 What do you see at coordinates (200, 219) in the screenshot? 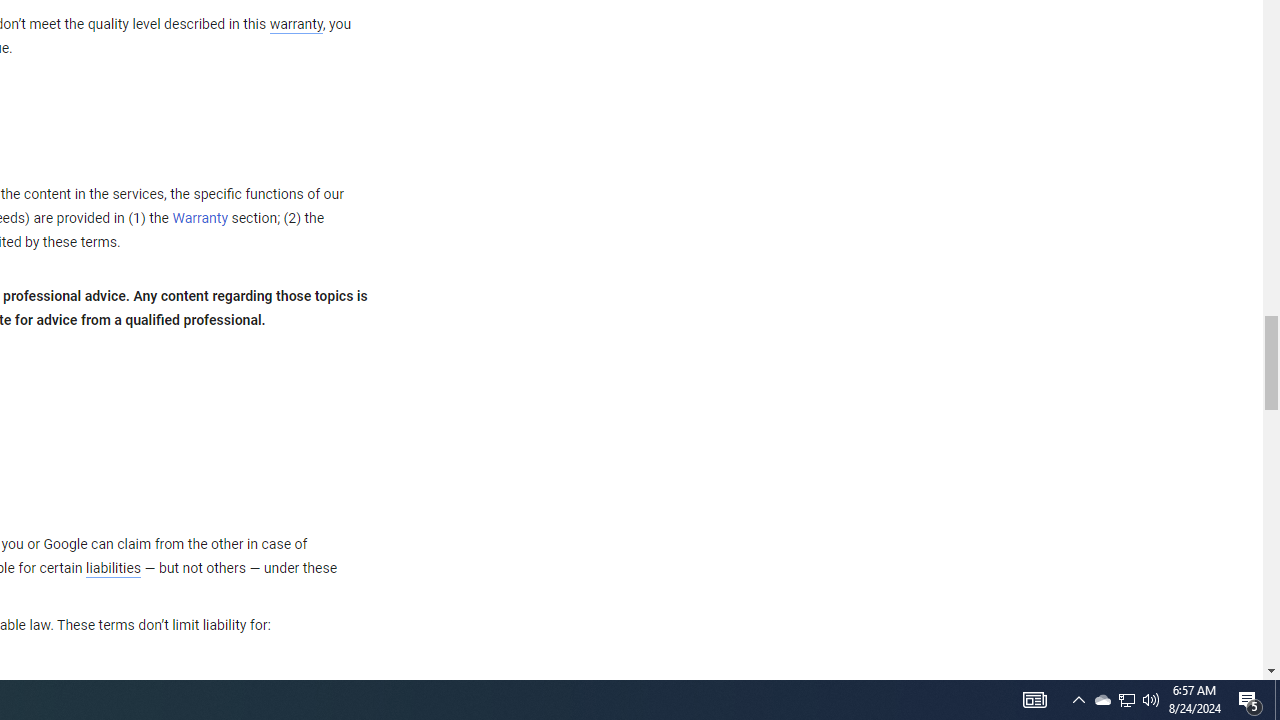
I see `'Warranty'` at bounding box center [200, 219].